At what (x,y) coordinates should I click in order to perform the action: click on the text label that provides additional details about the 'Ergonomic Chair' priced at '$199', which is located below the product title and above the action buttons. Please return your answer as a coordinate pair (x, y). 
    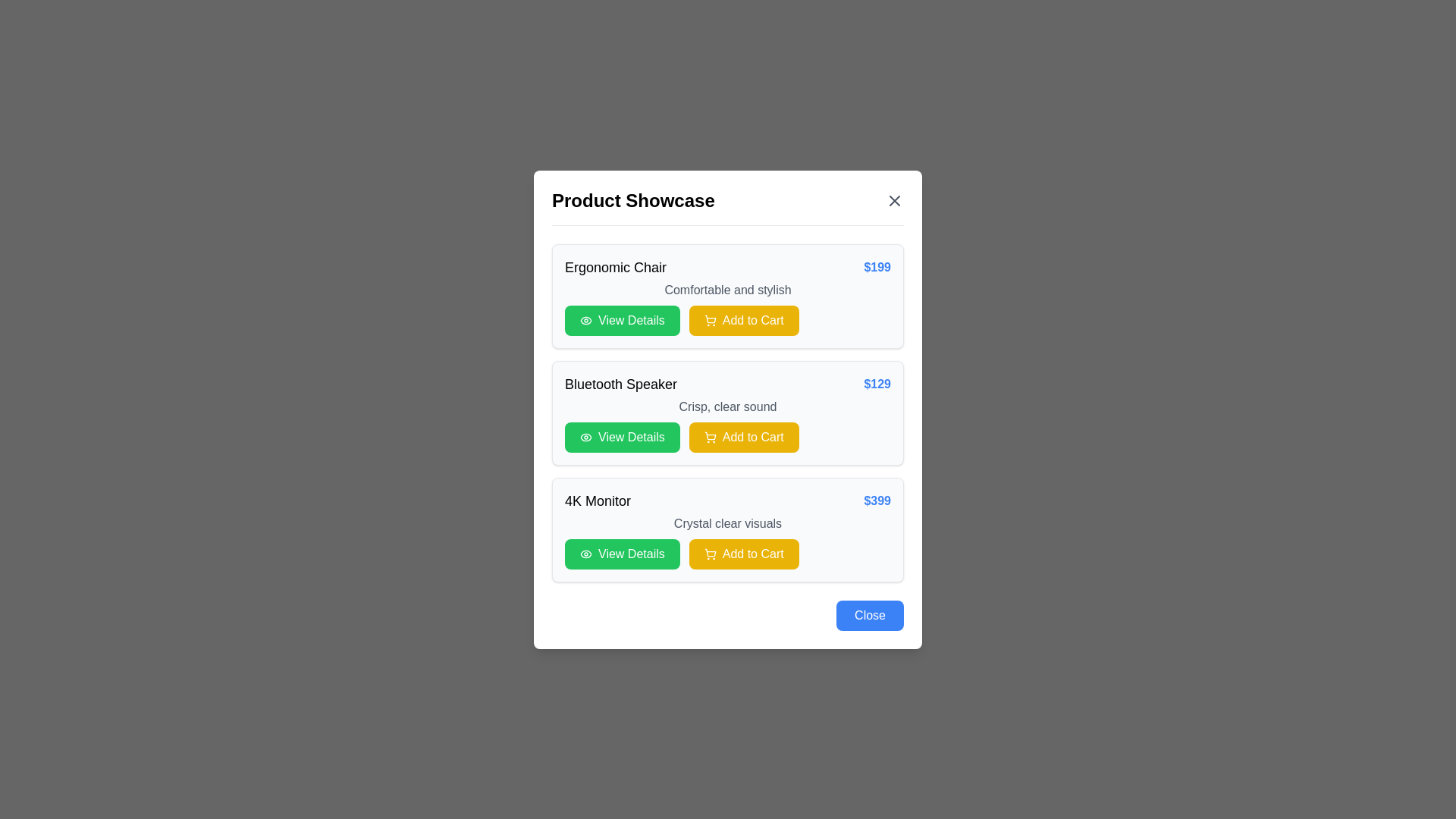
    Looking at the image, I should click on (728, 290).